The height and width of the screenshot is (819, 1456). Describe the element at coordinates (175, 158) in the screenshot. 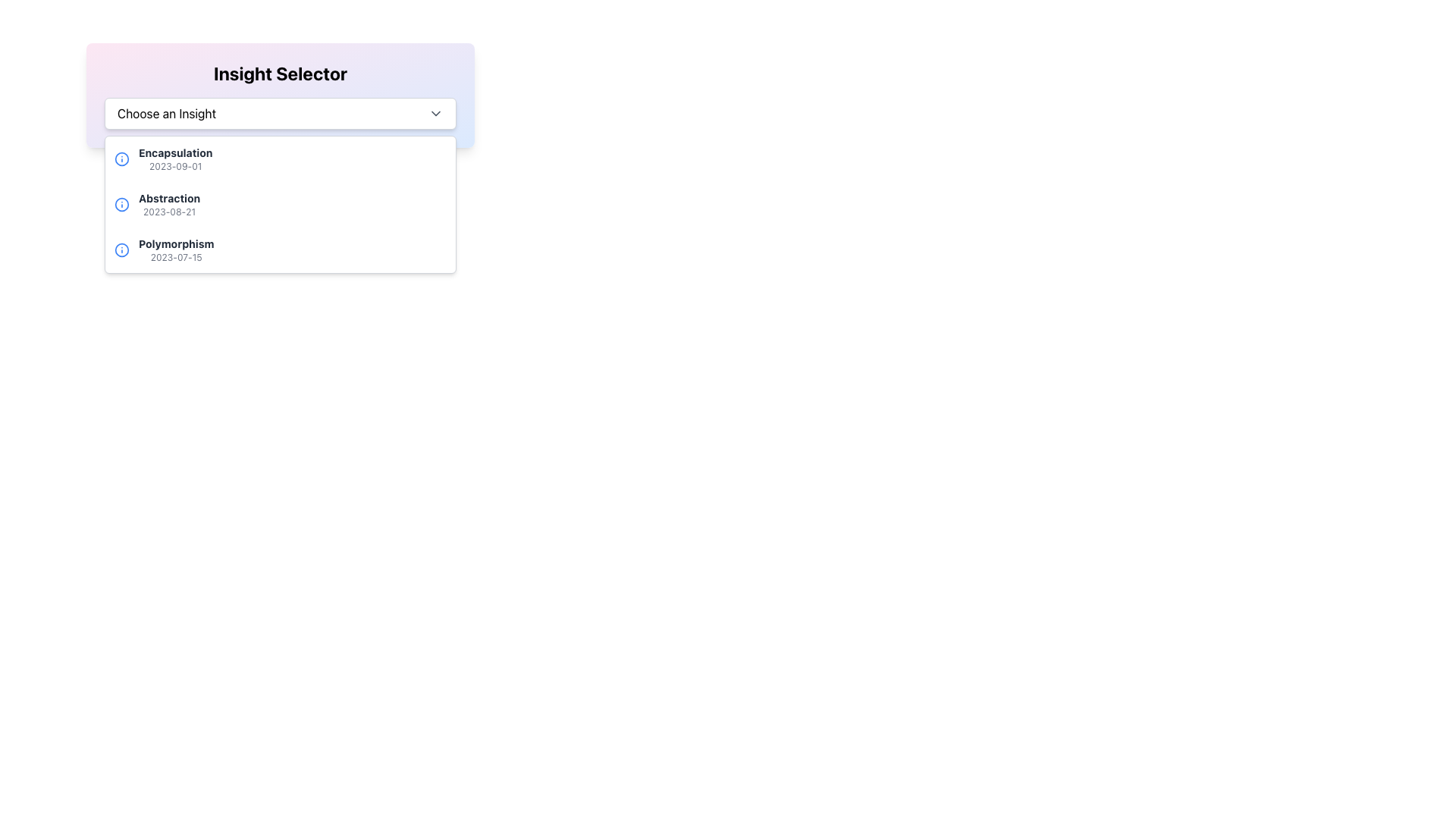

I see `the first selectable item` at that location.